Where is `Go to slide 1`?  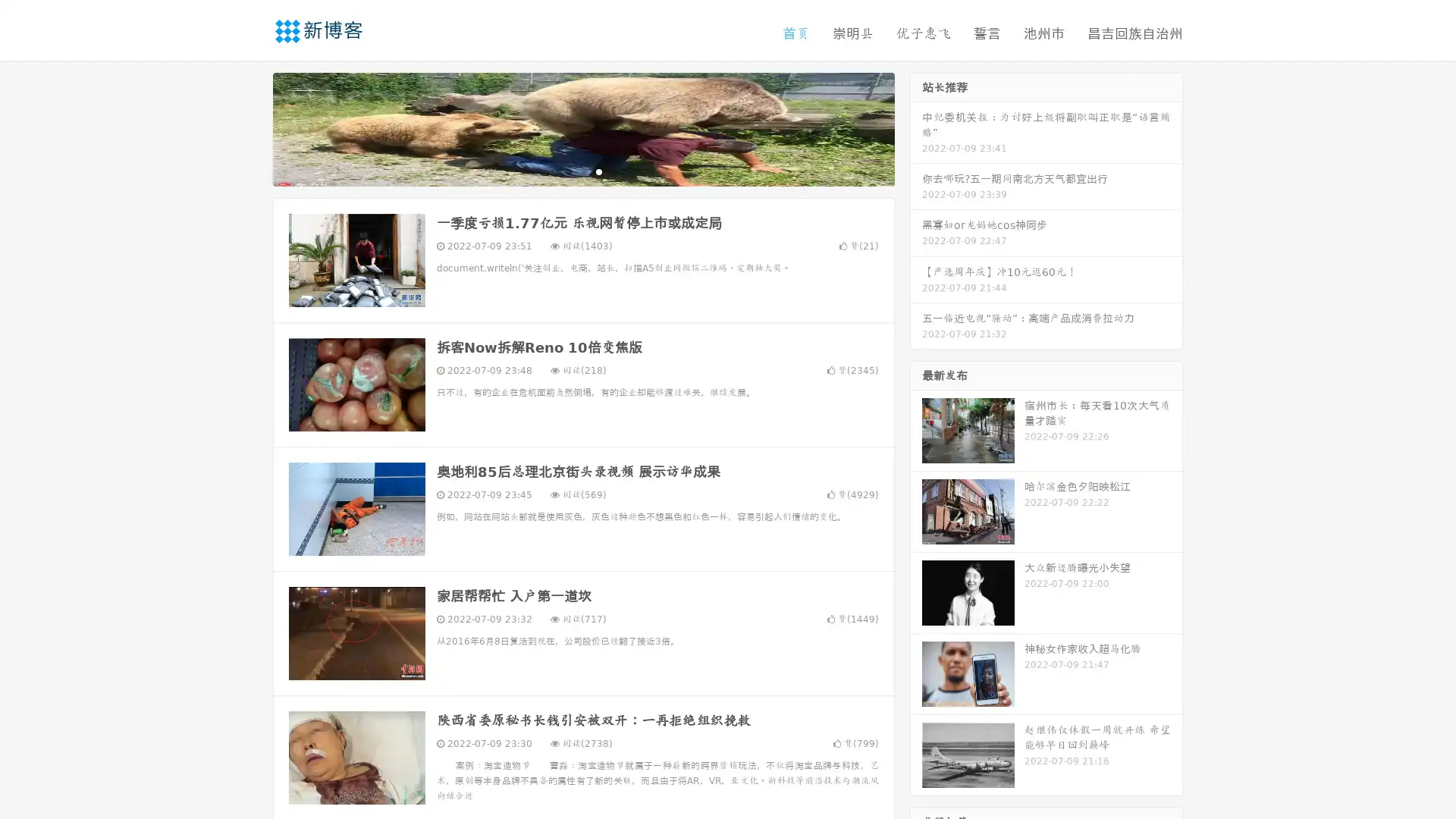
Go to slide 1 is located at coordinates (567, 171).